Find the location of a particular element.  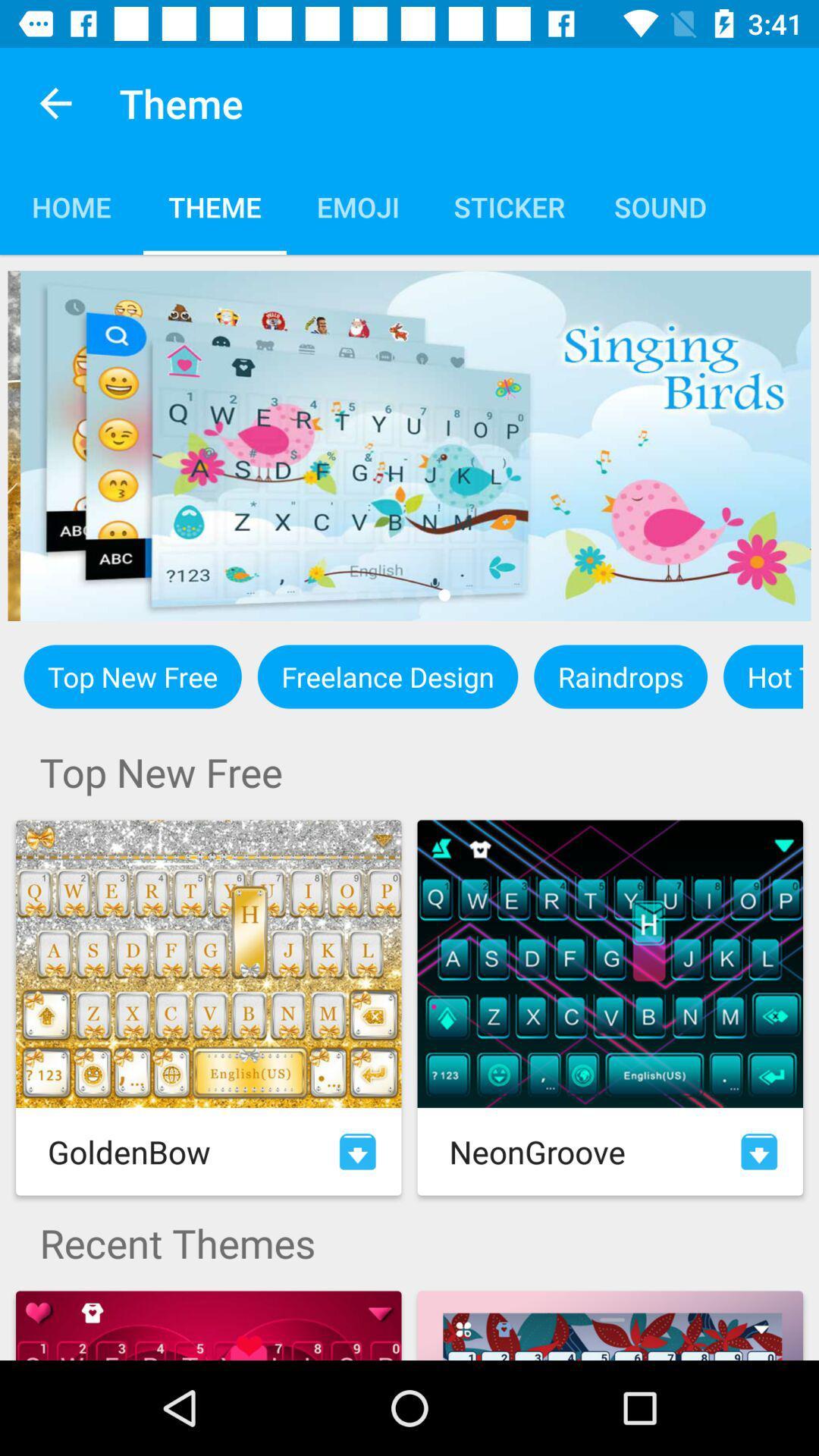

click on singing birds is located at coordinates (409, 445).